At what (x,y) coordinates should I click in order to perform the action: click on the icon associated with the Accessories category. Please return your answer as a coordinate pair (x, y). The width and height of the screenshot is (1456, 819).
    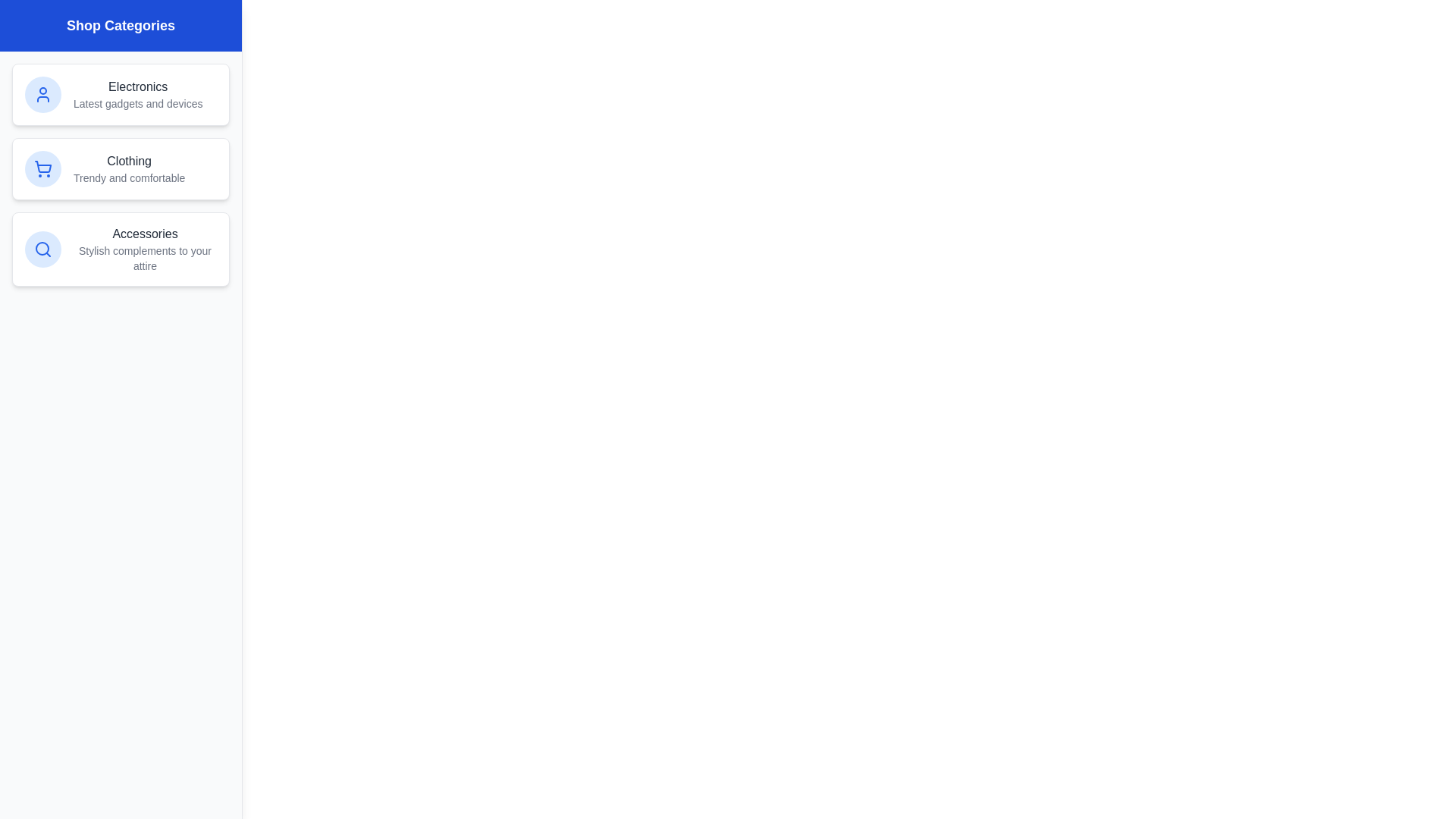
    Looking at the image, I should click on (43, 248).